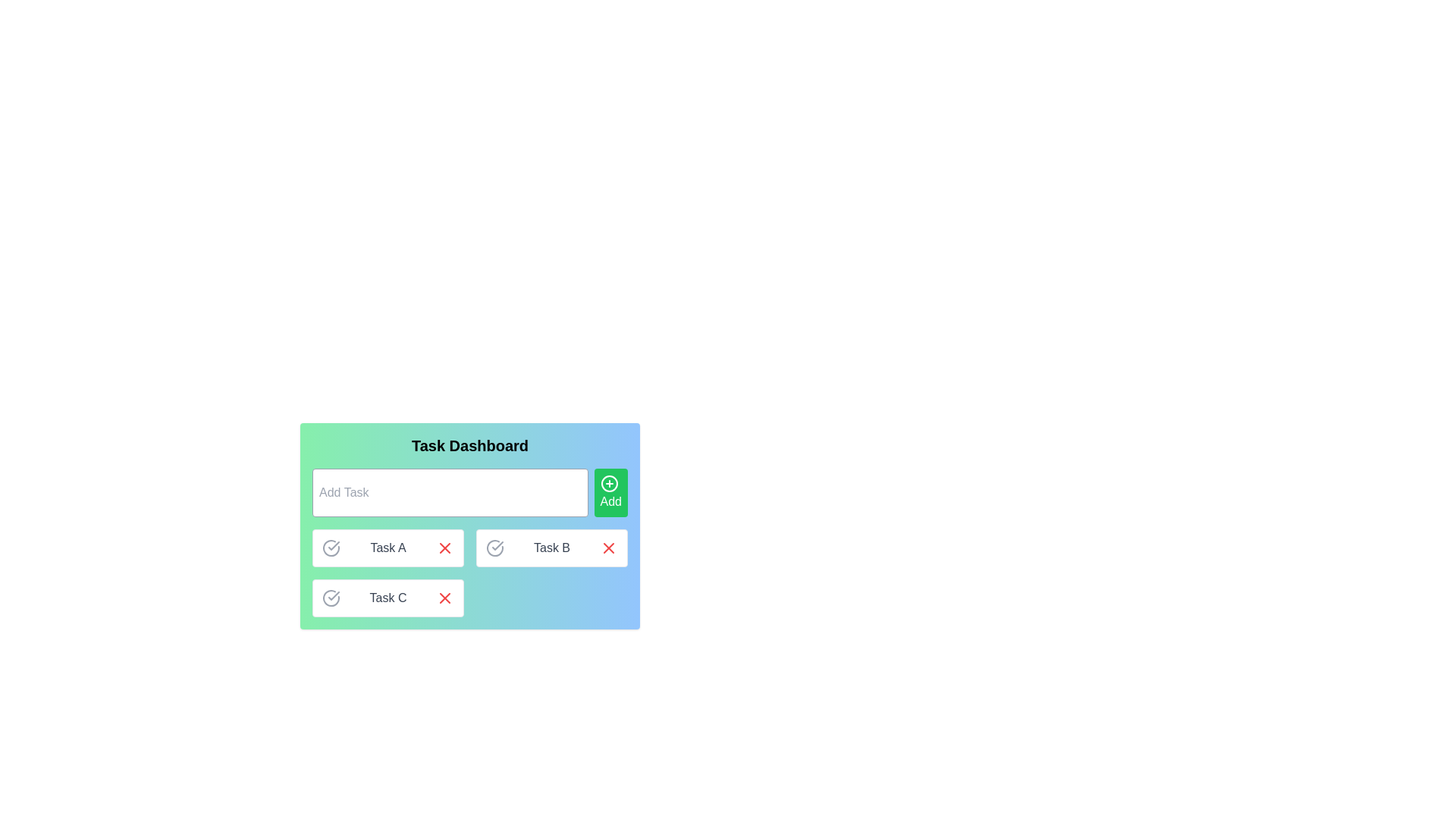 This screenshot has height=819, width=1456. I want to click on the delete button located in the lower section of the interface, specifically within the third task item labeled 'Task C', so click(444, 598).